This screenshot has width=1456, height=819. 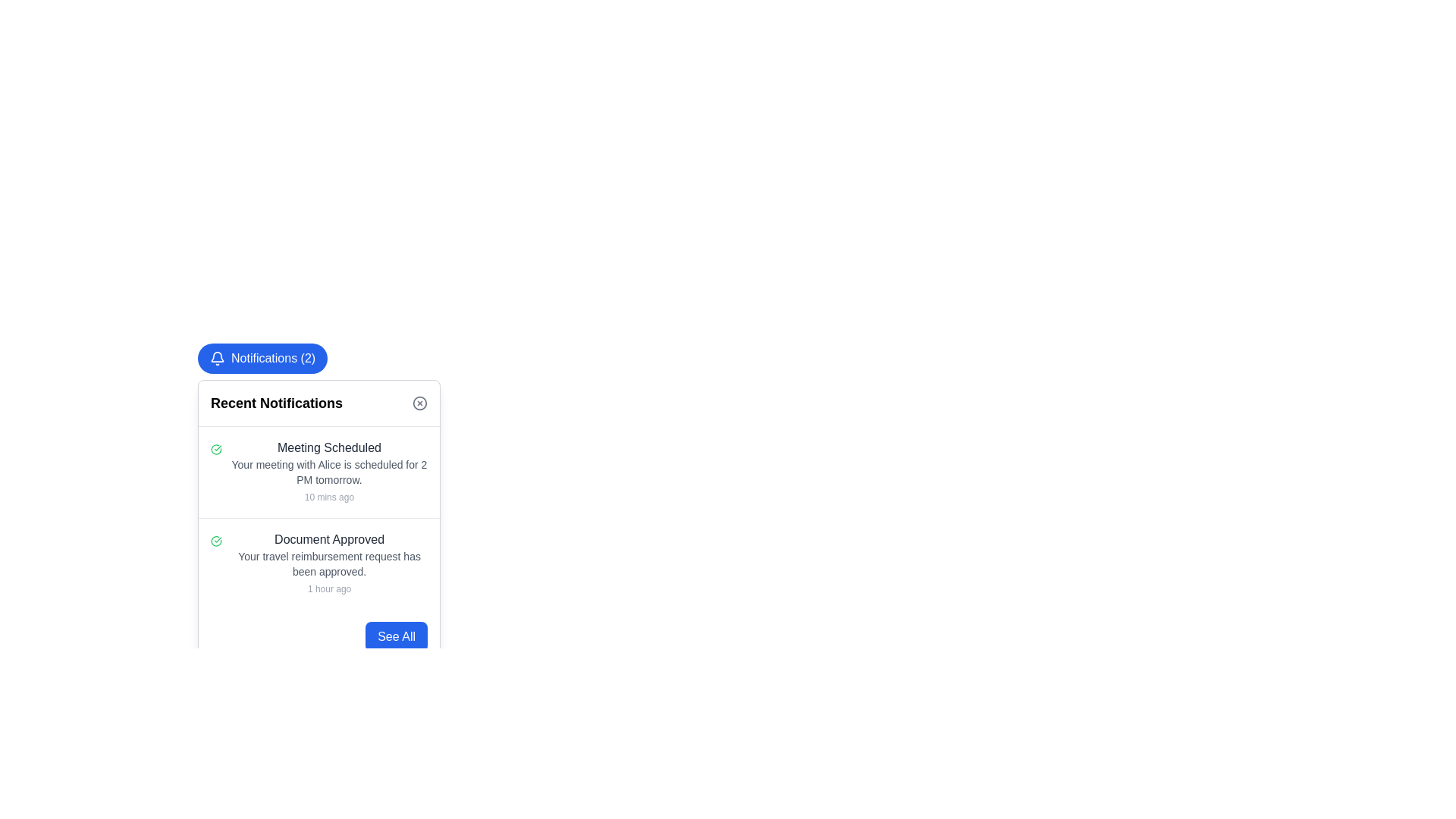 I want to click on the timestamp text label located below the meeting details in the 'Meeting Scheduled' notification card, so click(x=328, y=497).